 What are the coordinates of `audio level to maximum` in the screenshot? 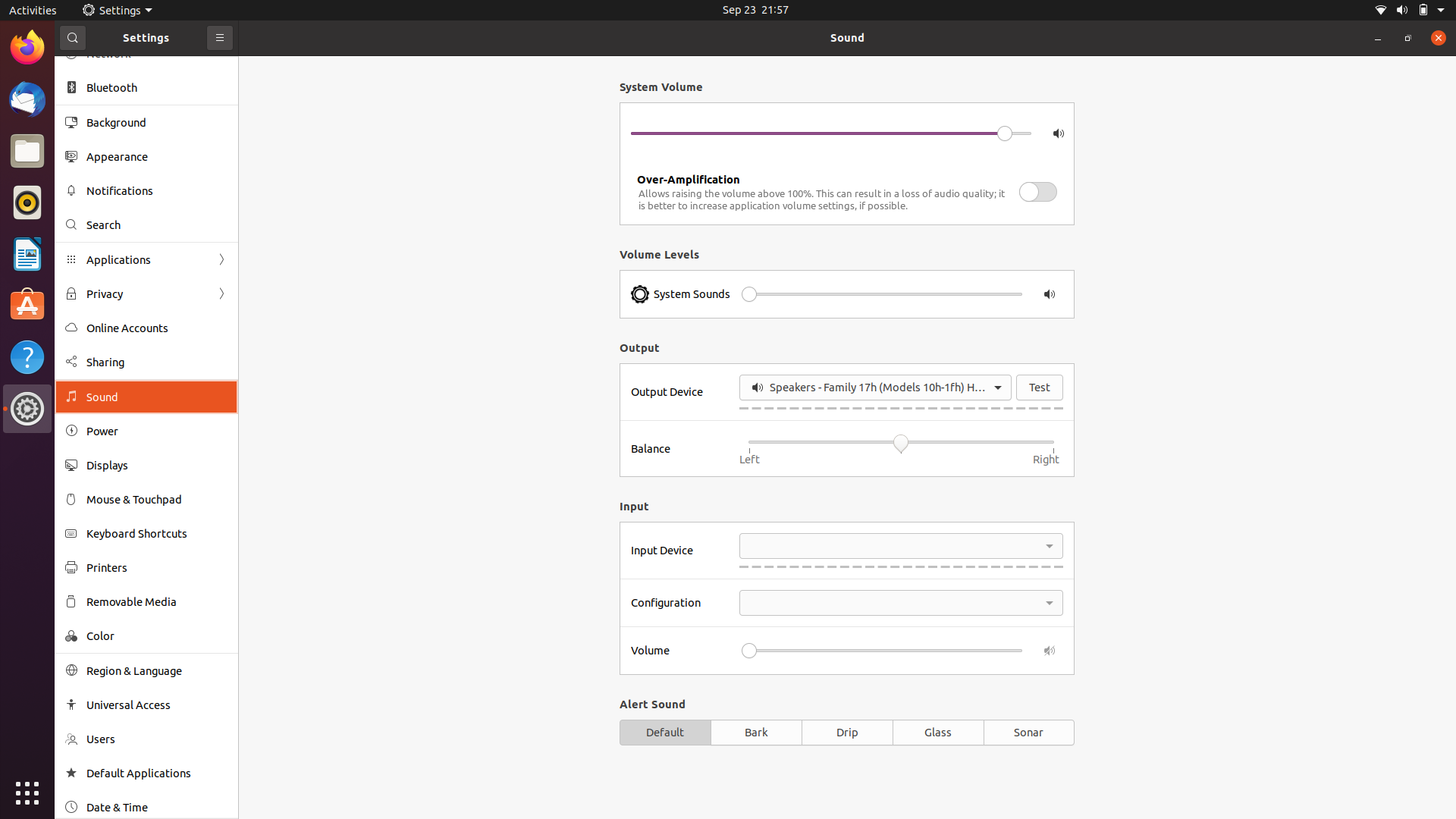 It's located at (993, 294).